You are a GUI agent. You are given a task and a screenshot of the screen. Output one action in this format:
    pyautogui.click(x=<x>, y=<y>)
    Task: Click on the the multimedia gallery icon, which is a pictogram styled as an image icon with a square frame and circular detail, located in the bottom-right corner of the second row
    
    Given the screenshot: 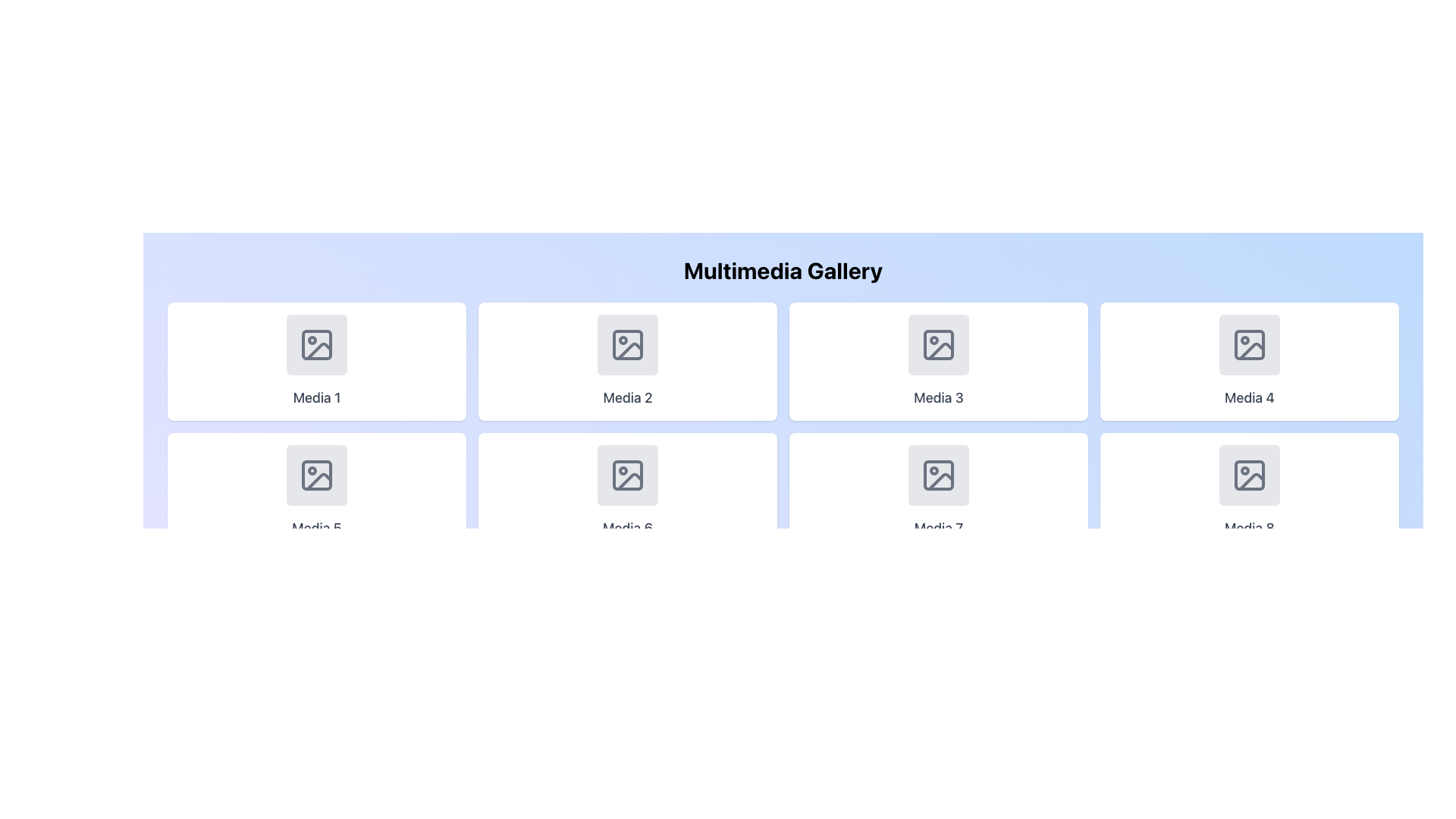 What is the action you would take?
    pyautogui.click(x=1249, y=475)
    